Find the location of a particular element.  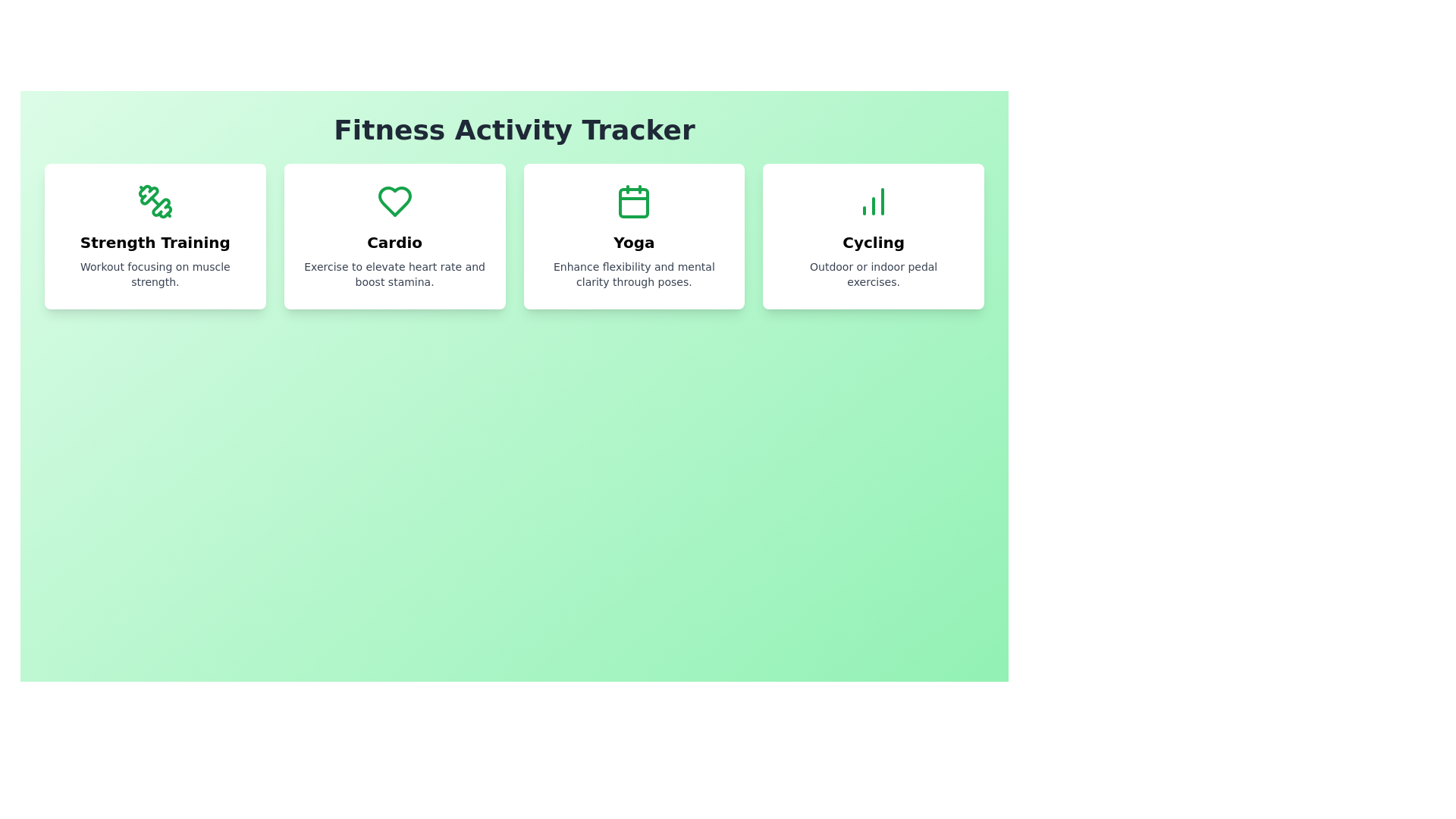

the graphical icon representing the 'Strength Training' activity, located in the first card of the row, to interact with the associated card is located at coordinates (162, 208).